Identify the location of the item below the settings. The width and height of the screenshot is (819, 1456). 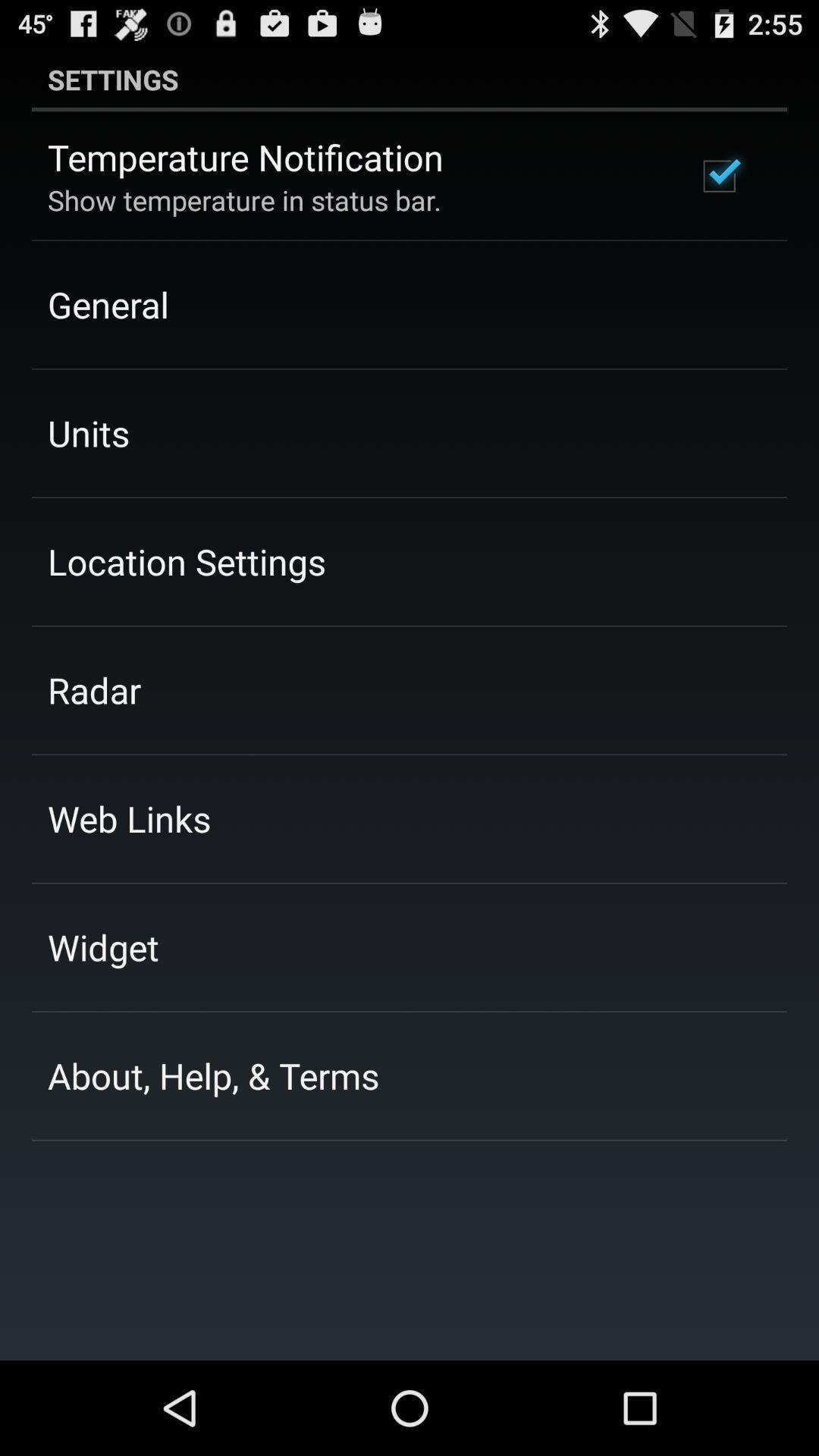
(718, 176).